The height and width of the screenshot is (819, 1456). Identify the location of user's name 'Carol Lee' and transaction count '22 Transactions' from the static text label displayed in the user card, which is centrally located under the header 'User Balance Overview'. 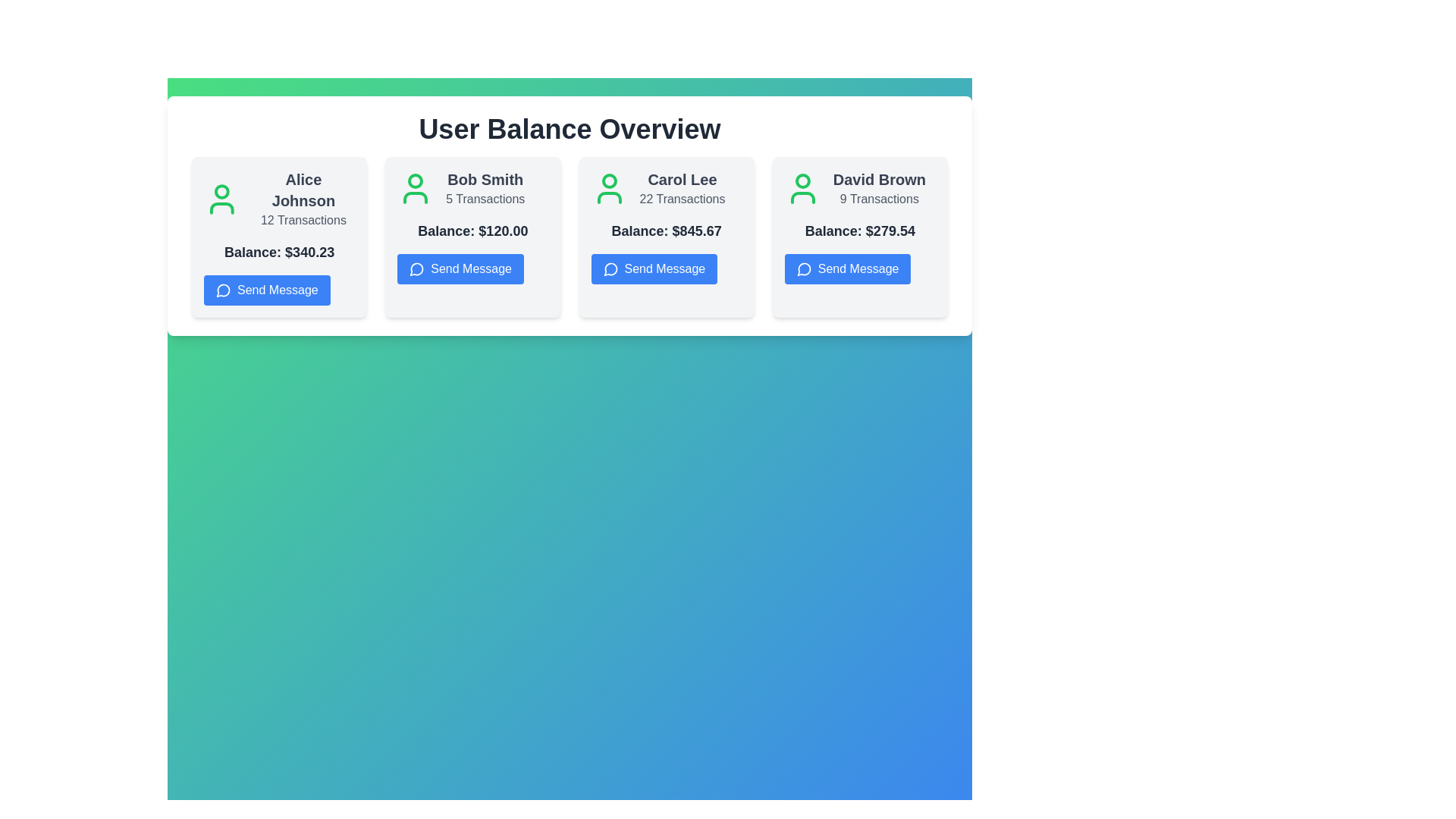
(681, 188).